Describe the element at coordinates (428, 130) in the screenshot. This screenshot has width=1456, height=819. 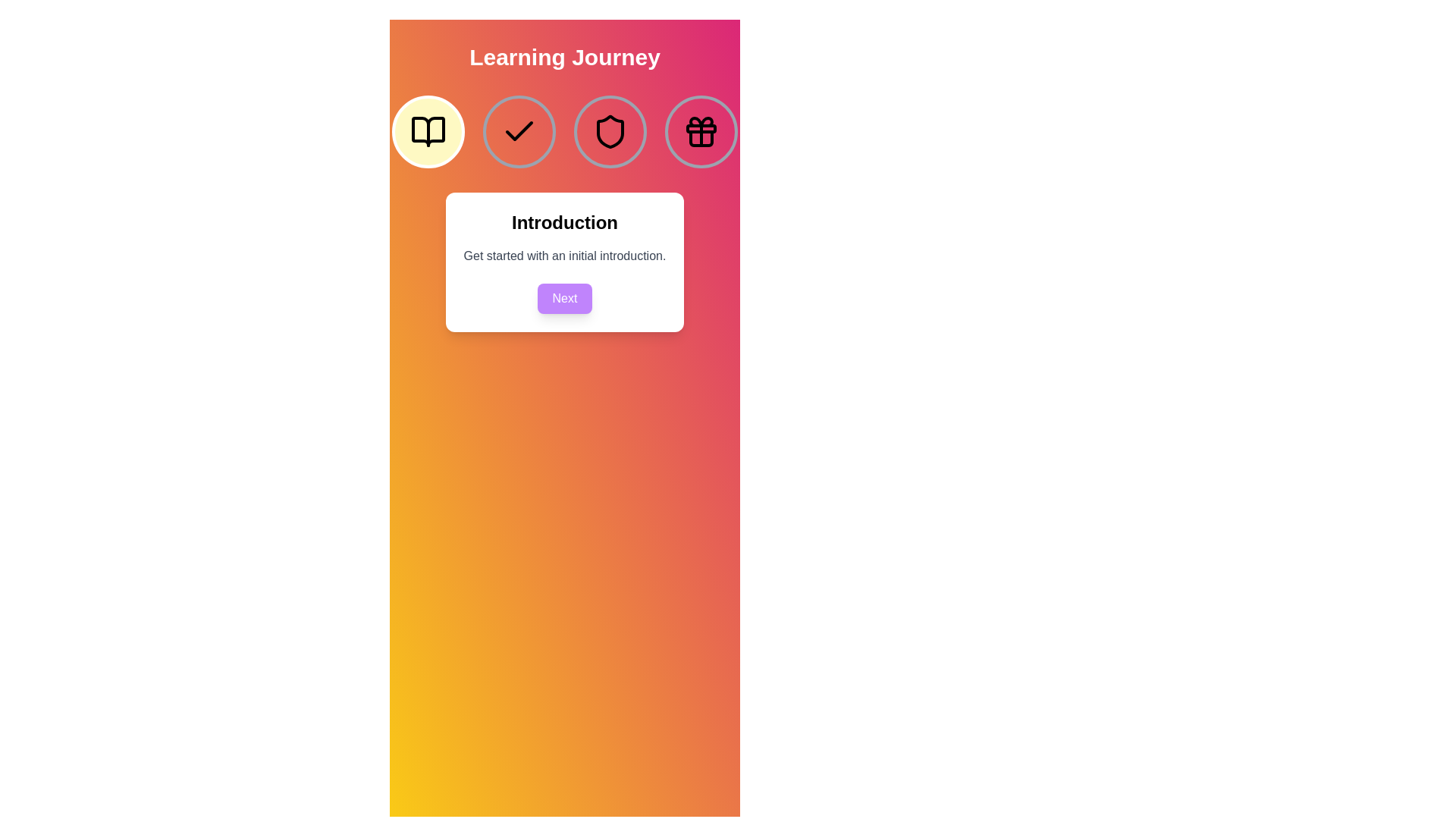
I see `the step icon corresponding to Introduction` at that location.